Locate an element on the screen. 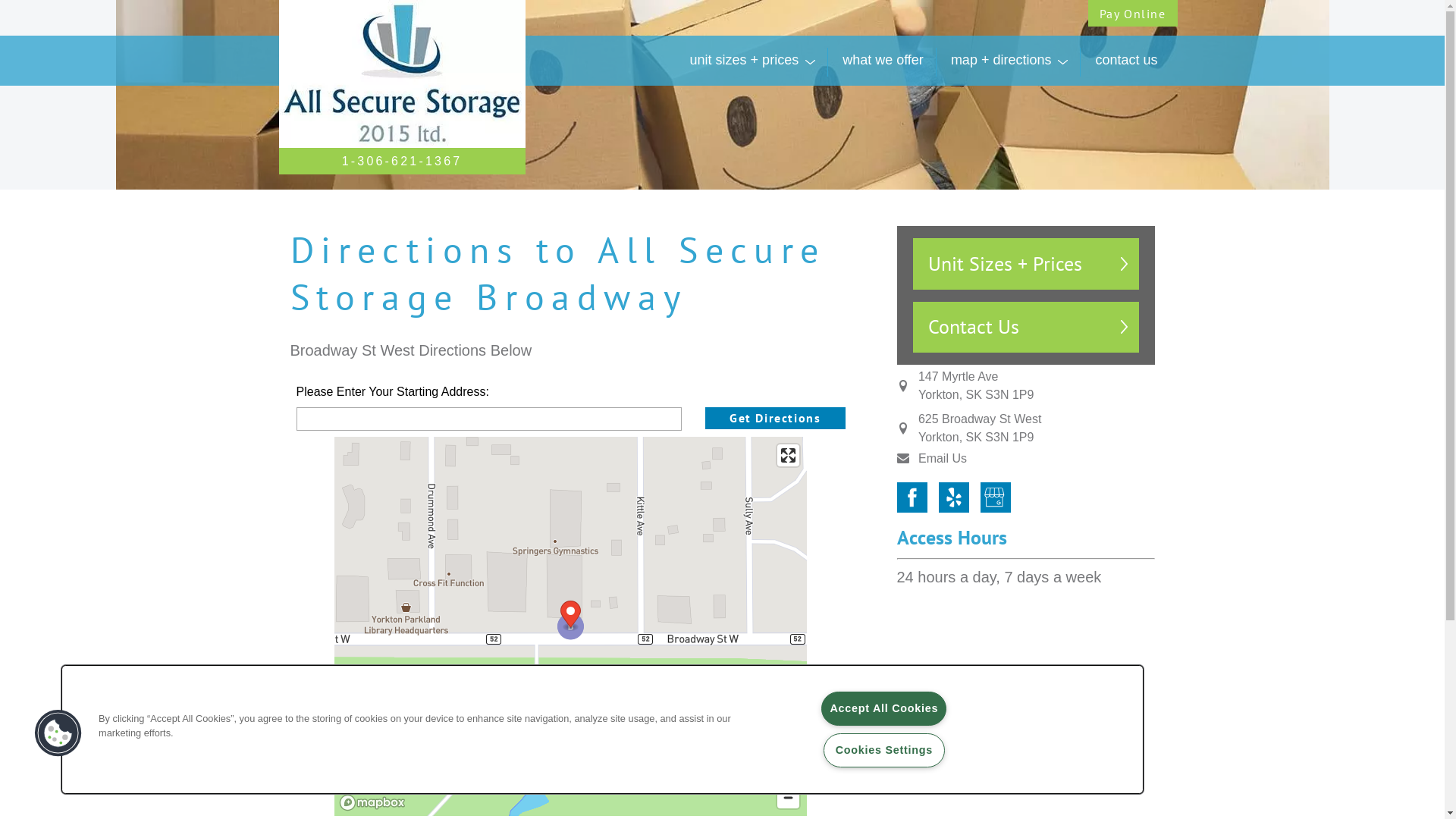 Image resolution: width=1456 pixels, height=819 pixels. 'Cookies Button' is located at coordinates (58, 733).